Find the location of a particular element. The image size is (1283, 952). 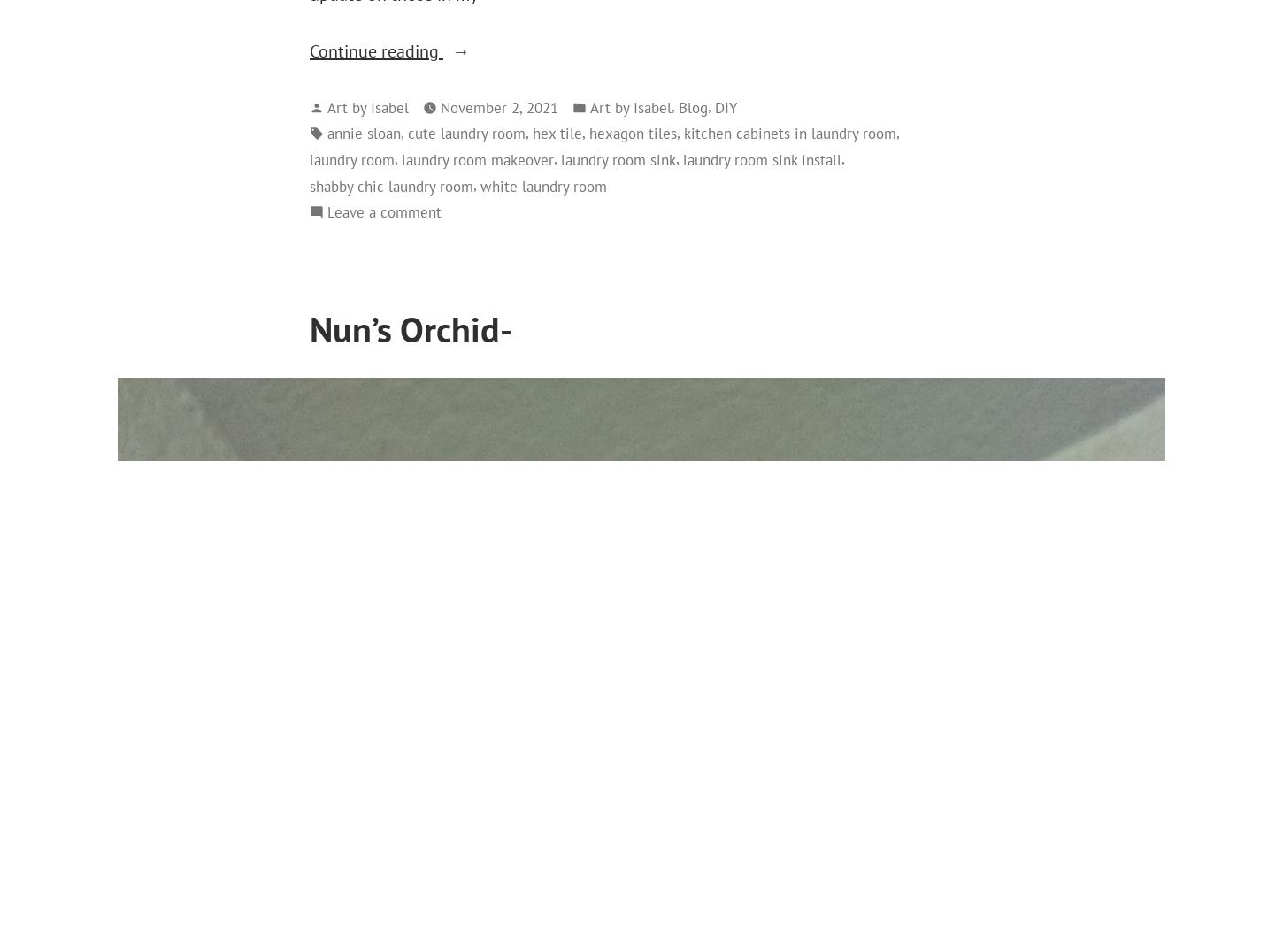

'white laundry room' is located at coordinates (480, 184).